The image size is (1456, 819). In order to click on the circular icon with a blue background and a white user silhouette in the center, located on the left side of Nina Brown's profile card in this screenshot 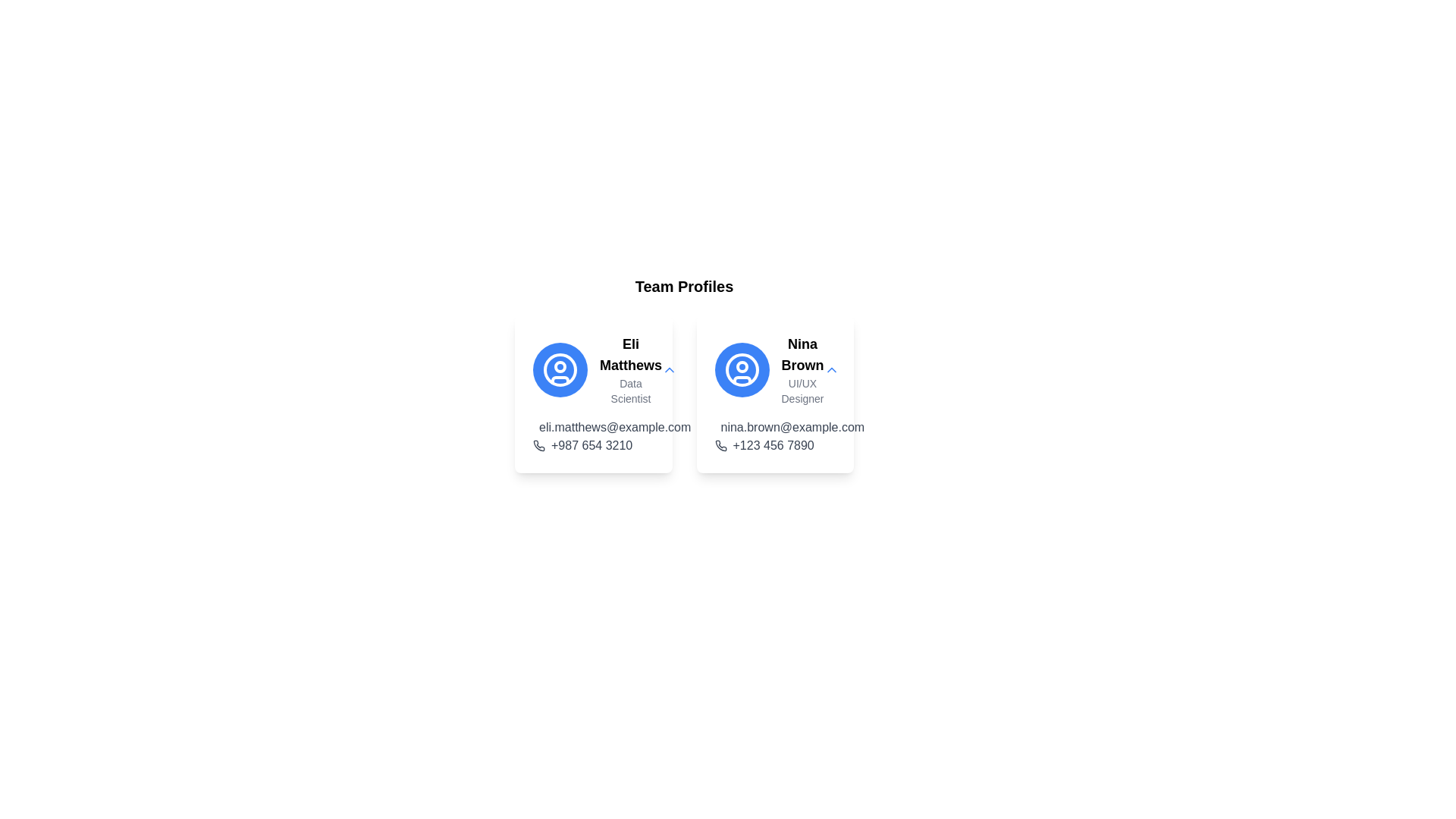, I will do `click(742, 370)`.